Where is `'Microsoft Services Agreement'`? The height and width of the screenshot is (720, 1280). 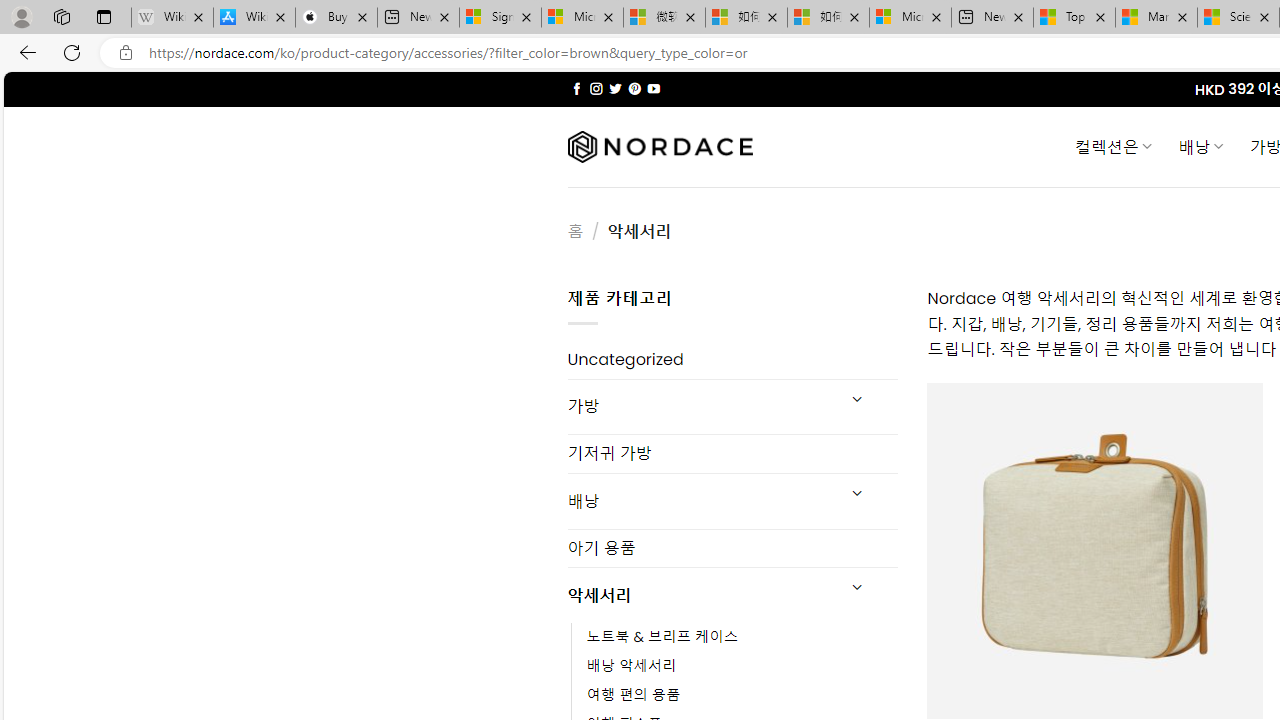 'Microsoft Services Agreement' is located at coordinates (581, 17).